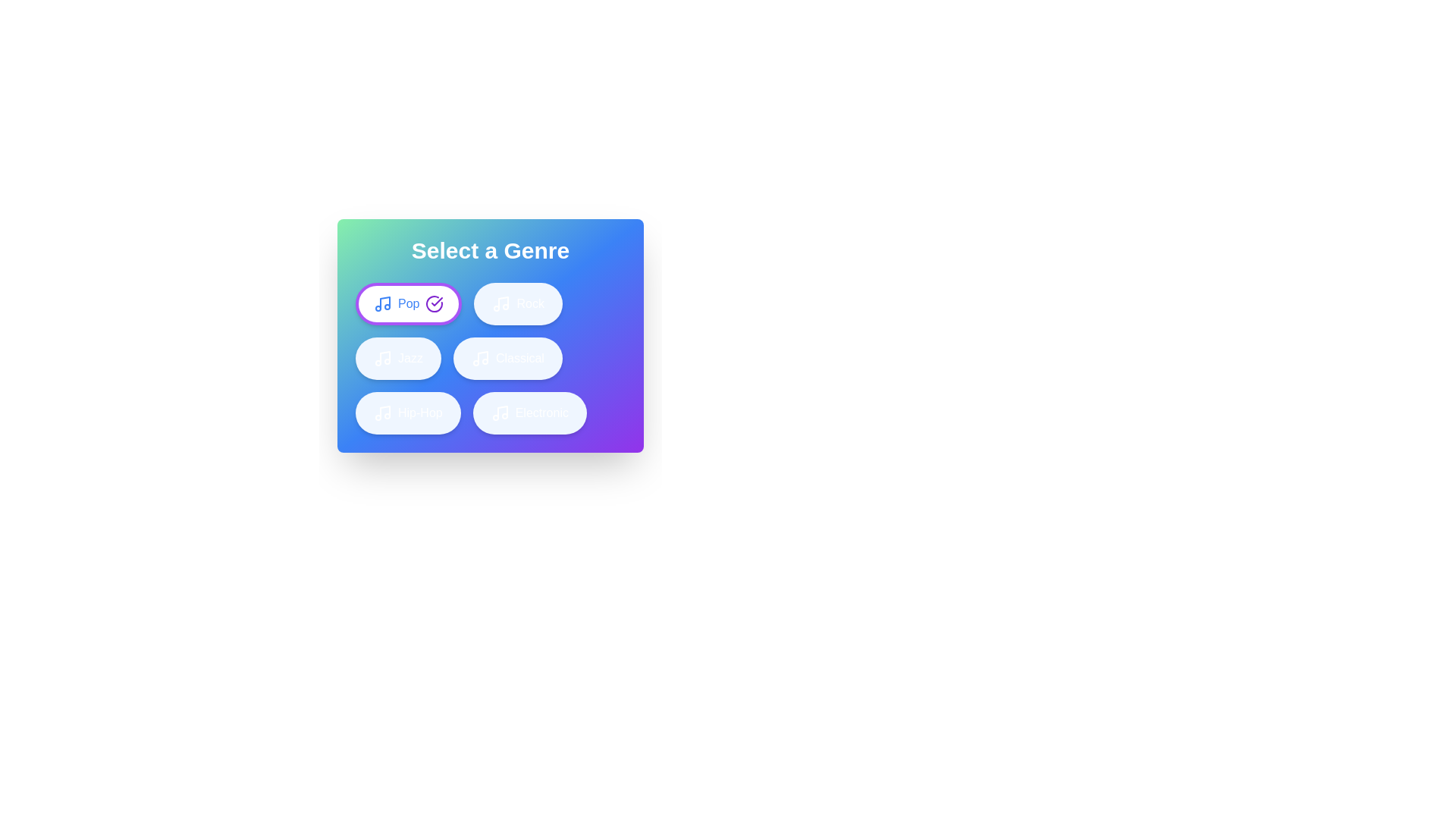 The width and height of the screenshot is (1456, 819). Describe the element at coordinates (382, 304) in the screenshot. I see `the icon representing the 'Pop' music genre, which is located at the top-left corner of the genre selection buttons` at that location.